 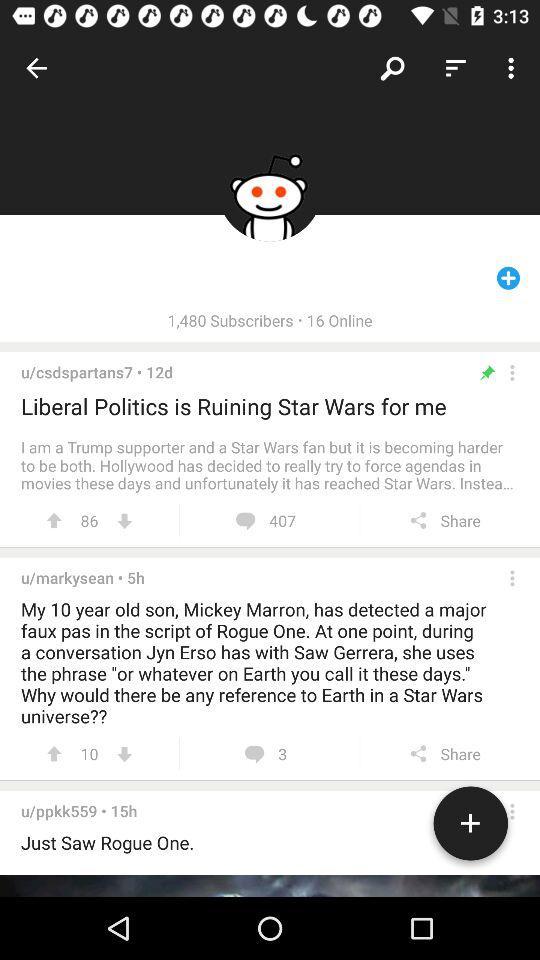 I want to click on menu, so click(x=512, y=578).